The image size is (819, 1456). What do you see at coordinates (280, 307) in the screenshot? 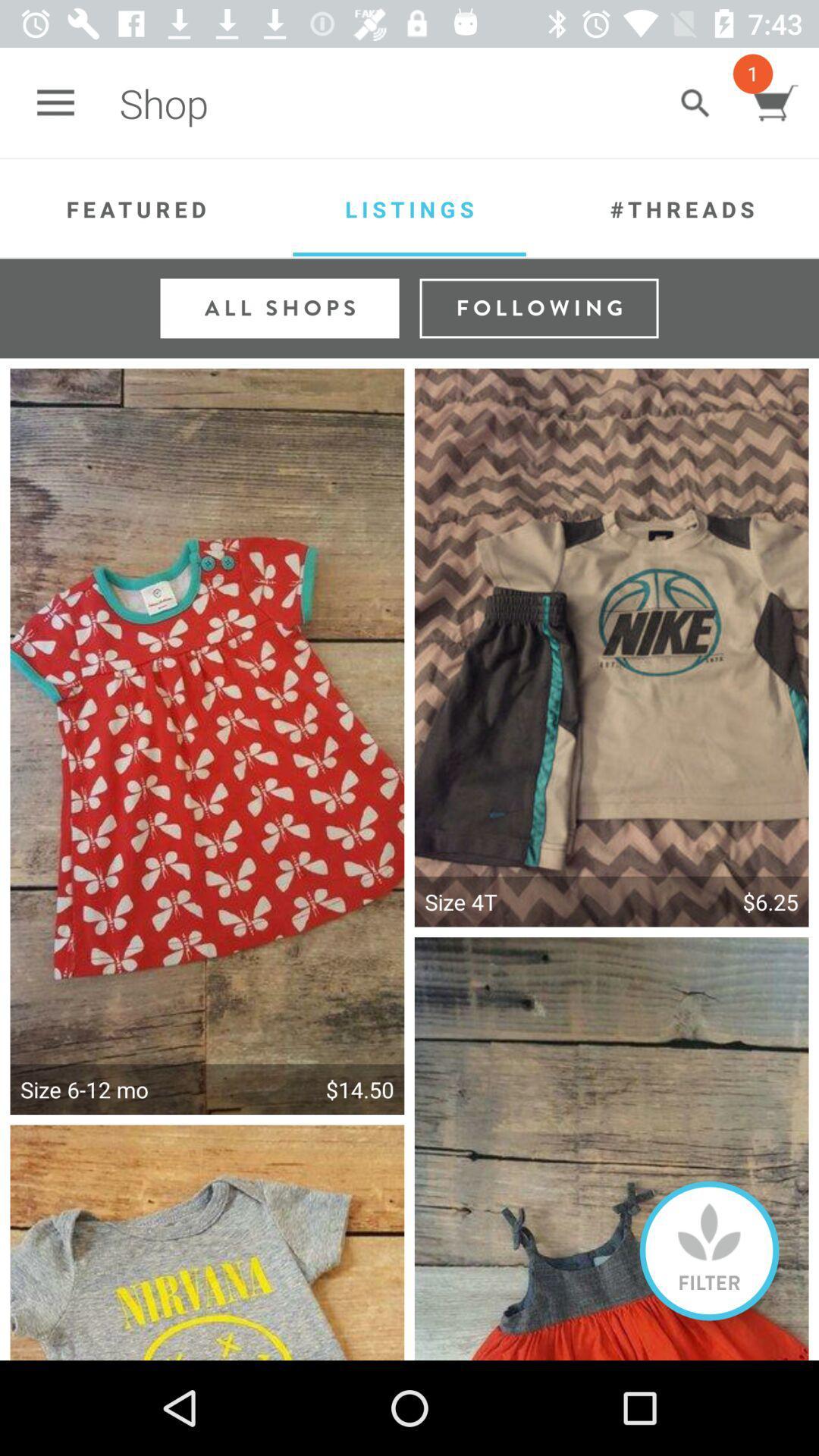
I see `the item to the left of following item` at bounding box center [280, 307].